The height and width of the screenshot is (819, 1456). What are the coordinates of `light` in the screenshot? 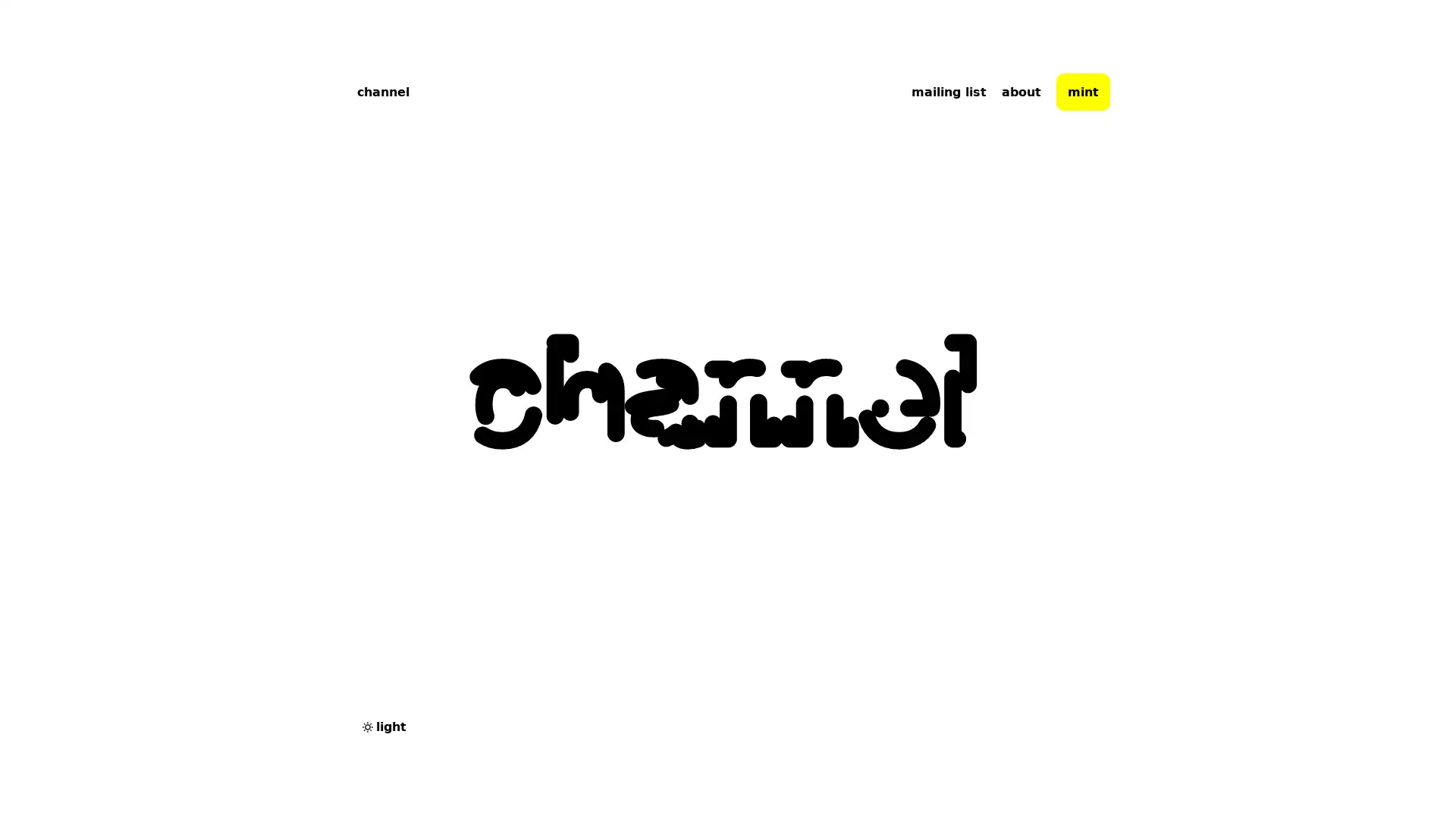 It's located at (383, 726).